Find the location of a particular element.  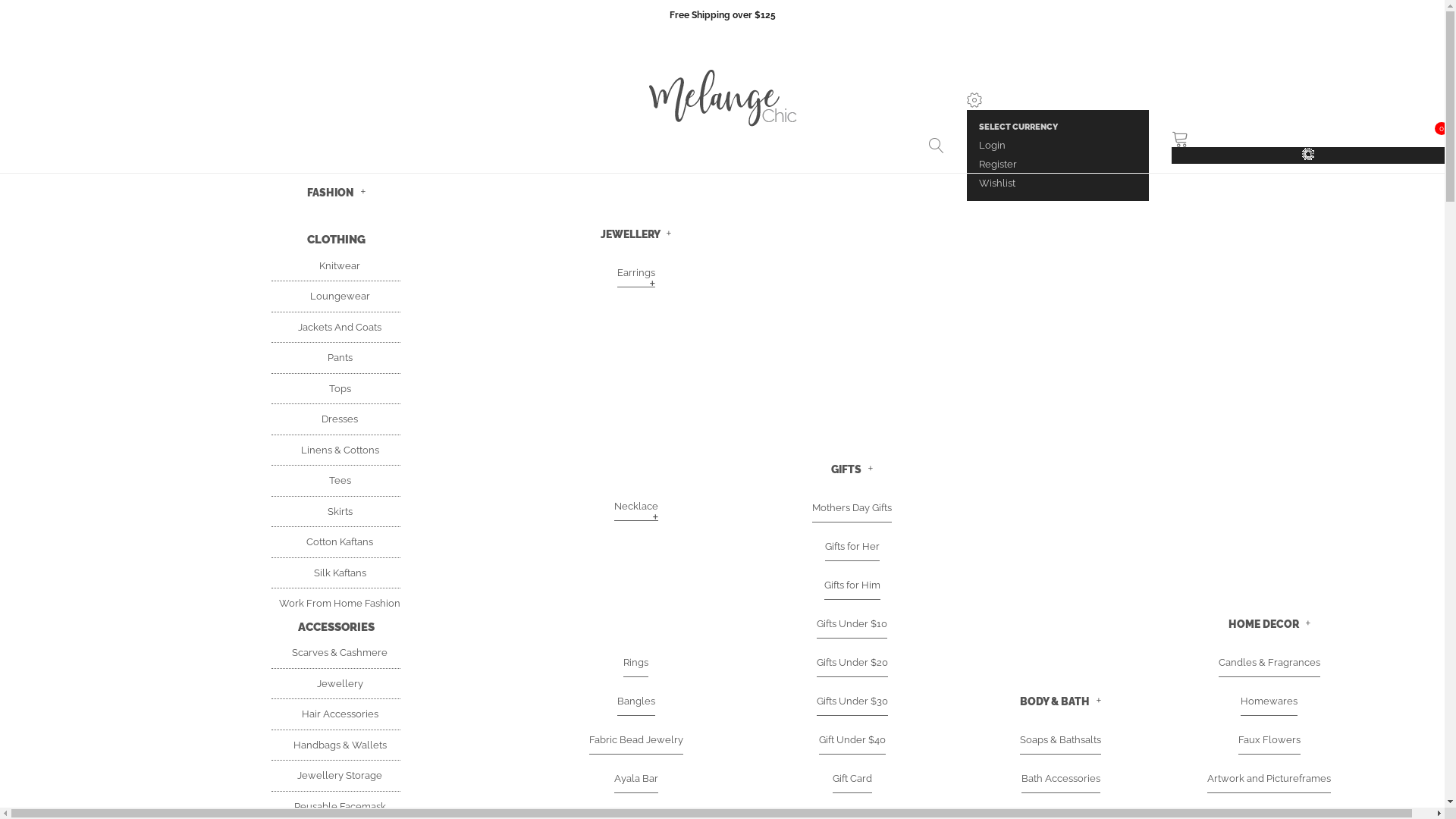

'Gifts Under $10' is located at coordinates (852, 623).